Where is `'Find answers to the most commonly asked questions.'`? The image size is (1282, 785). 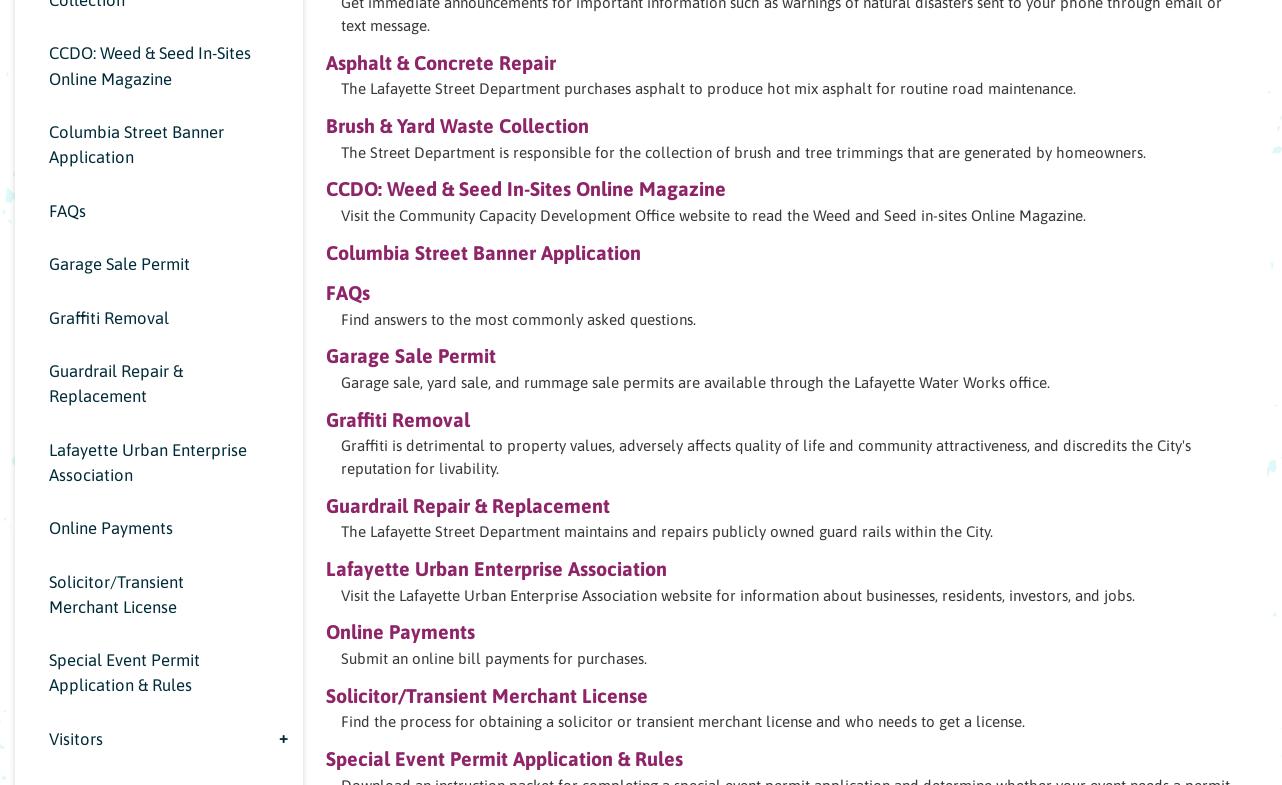 'Find answers to the most commonly asked questions.' is located at coordinates (518, 317).